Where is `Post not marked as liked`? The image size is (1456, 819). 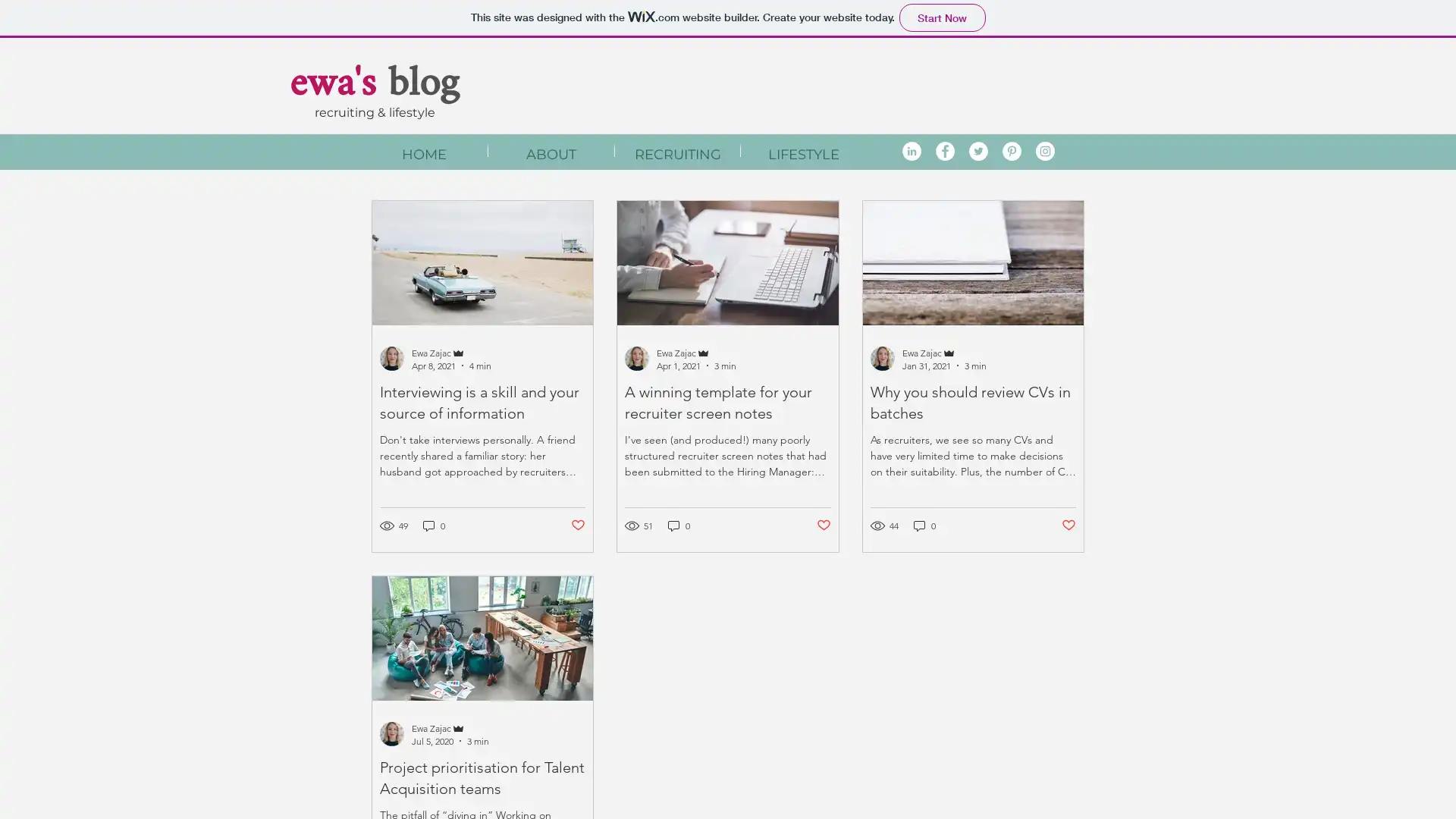
Post not marked as liked is located at coordinates (823, 525).